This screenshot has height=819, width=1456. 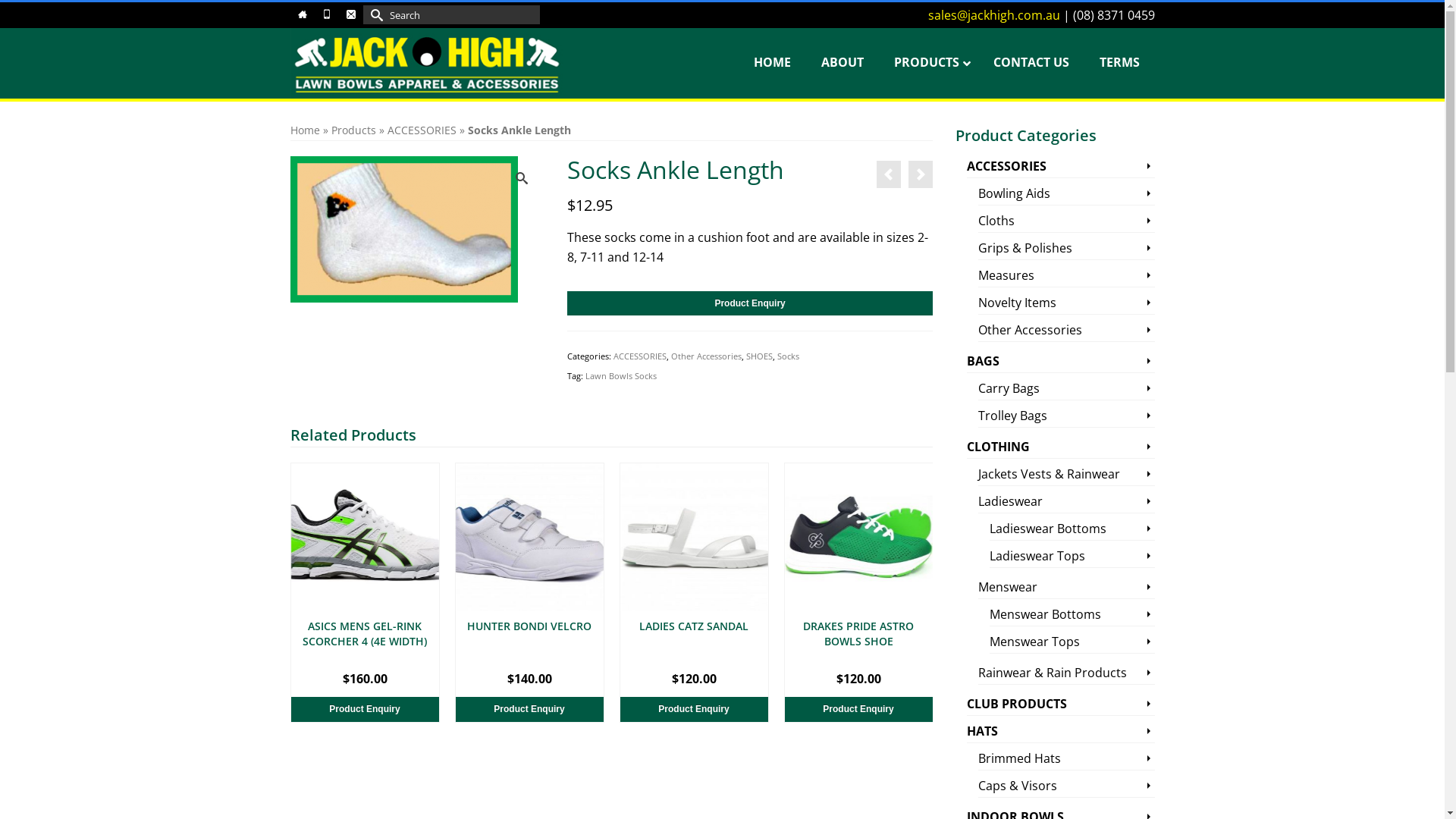 What do you see at coordinates (1065, 785) in the screenshot?
I see `'Caps & Visors'` at bounding box center [1065, 785].